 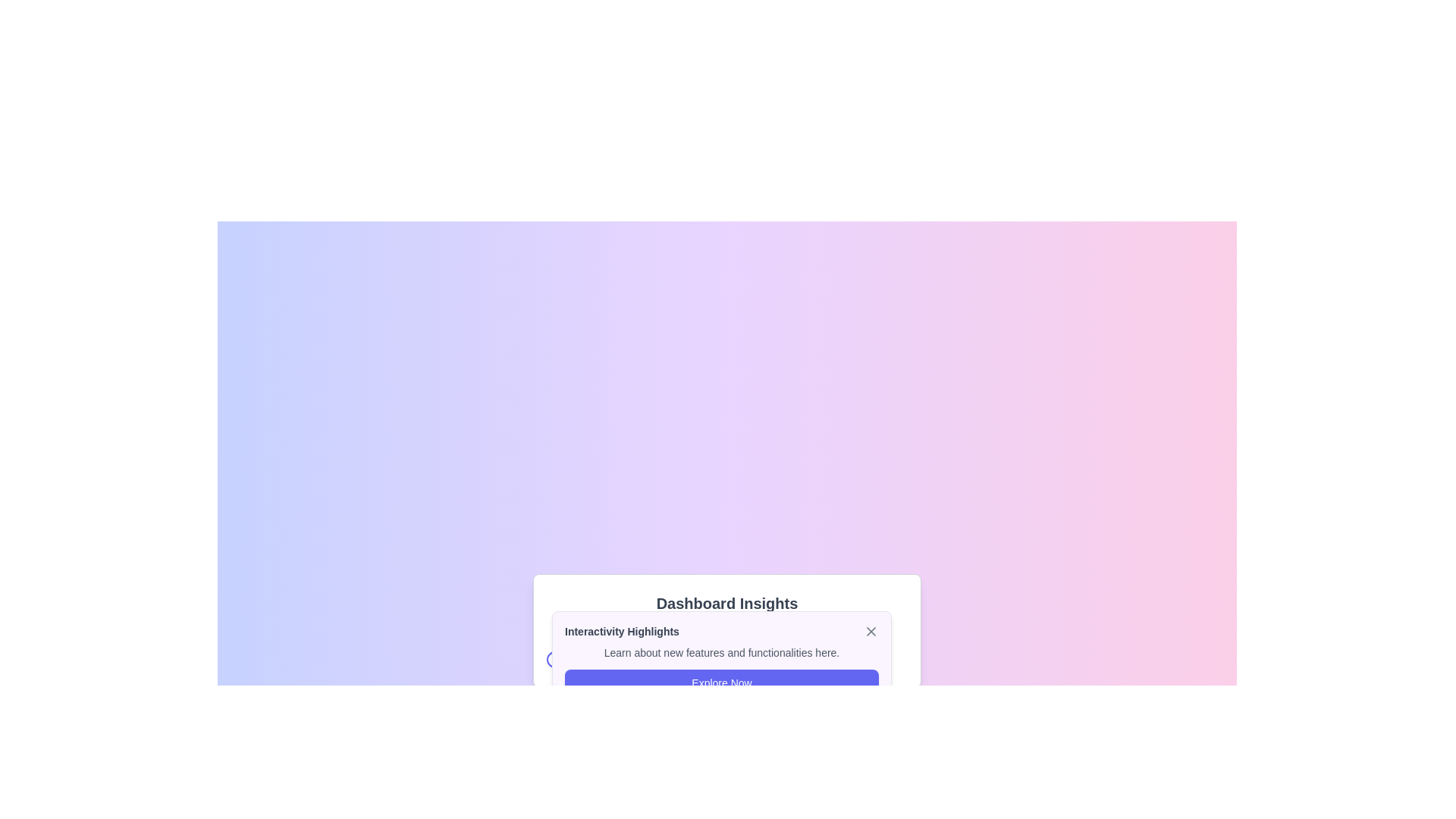 What do you see at coordinates (622, 632) in the screenshot?
I see `the 'Interactivity Highlights' label, which is styled with a small, bold font in gray and serves as a section heading in the pop-up interface` at bounding box center [622, 632].